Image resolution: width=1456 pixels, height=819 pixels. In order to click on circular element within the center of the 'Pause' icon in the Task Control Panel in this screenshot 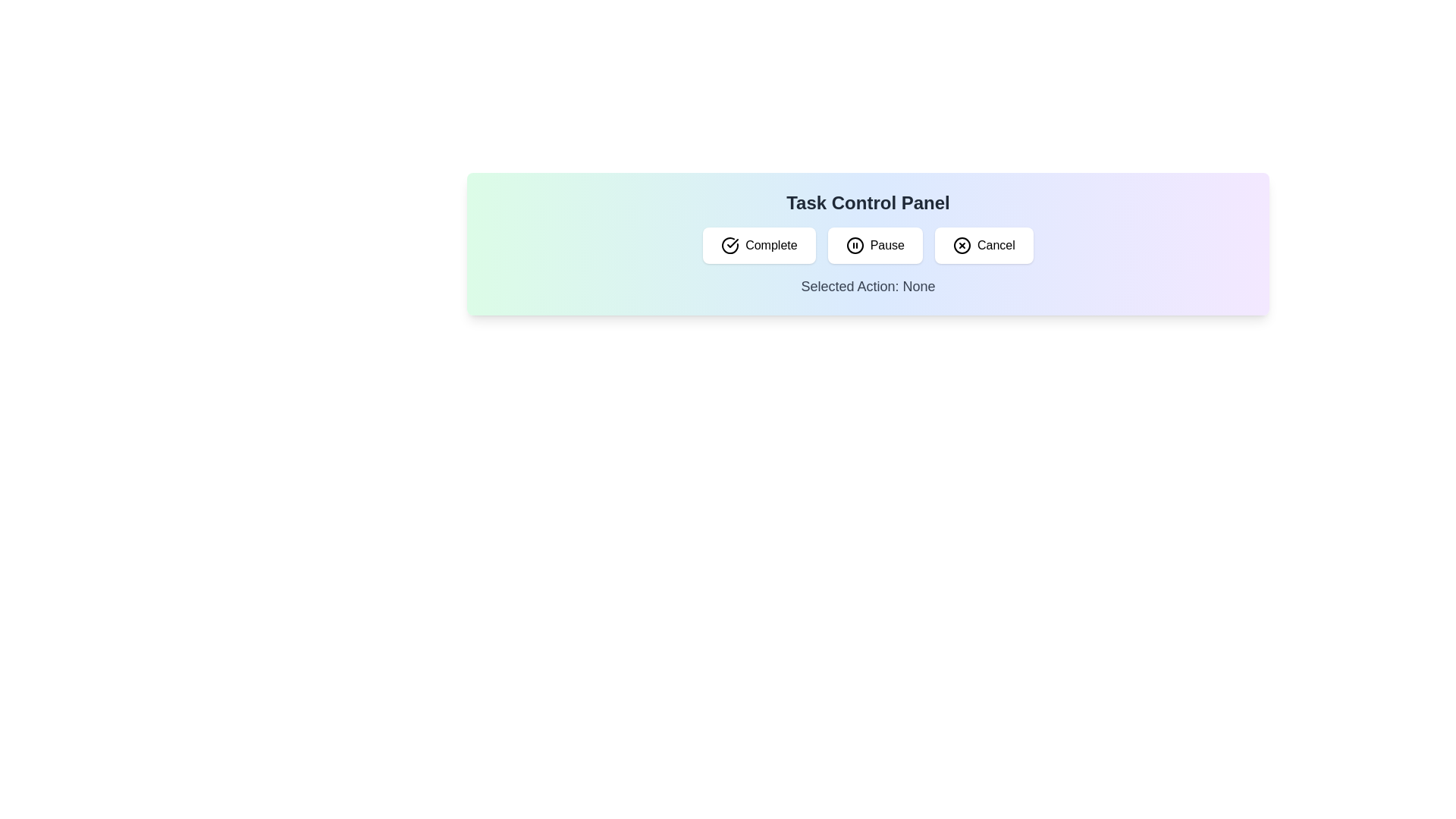, I will do `click(855, 245)`.